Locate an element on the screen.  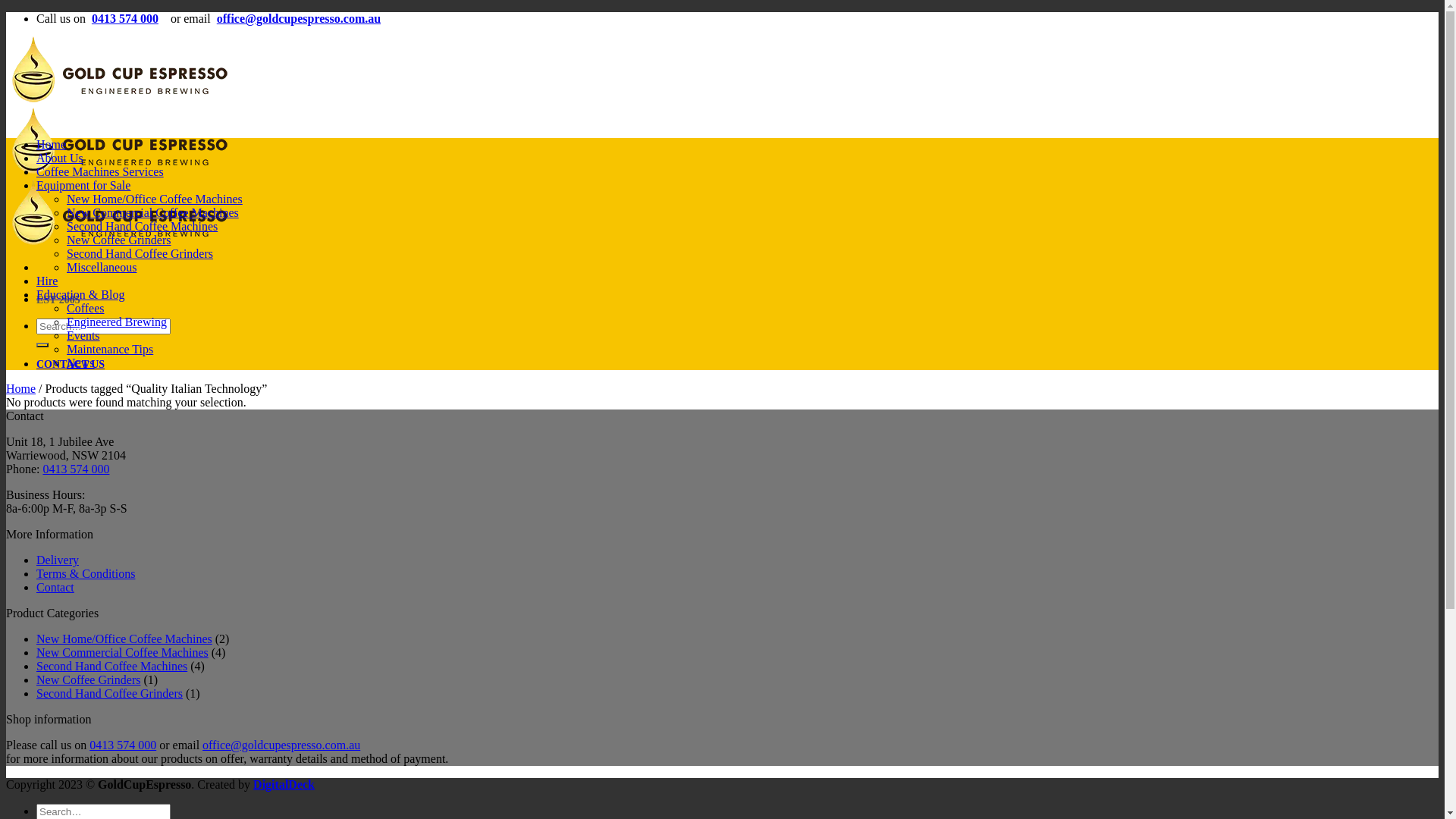
'CONTACT US' is located at coordinates (69, 364).